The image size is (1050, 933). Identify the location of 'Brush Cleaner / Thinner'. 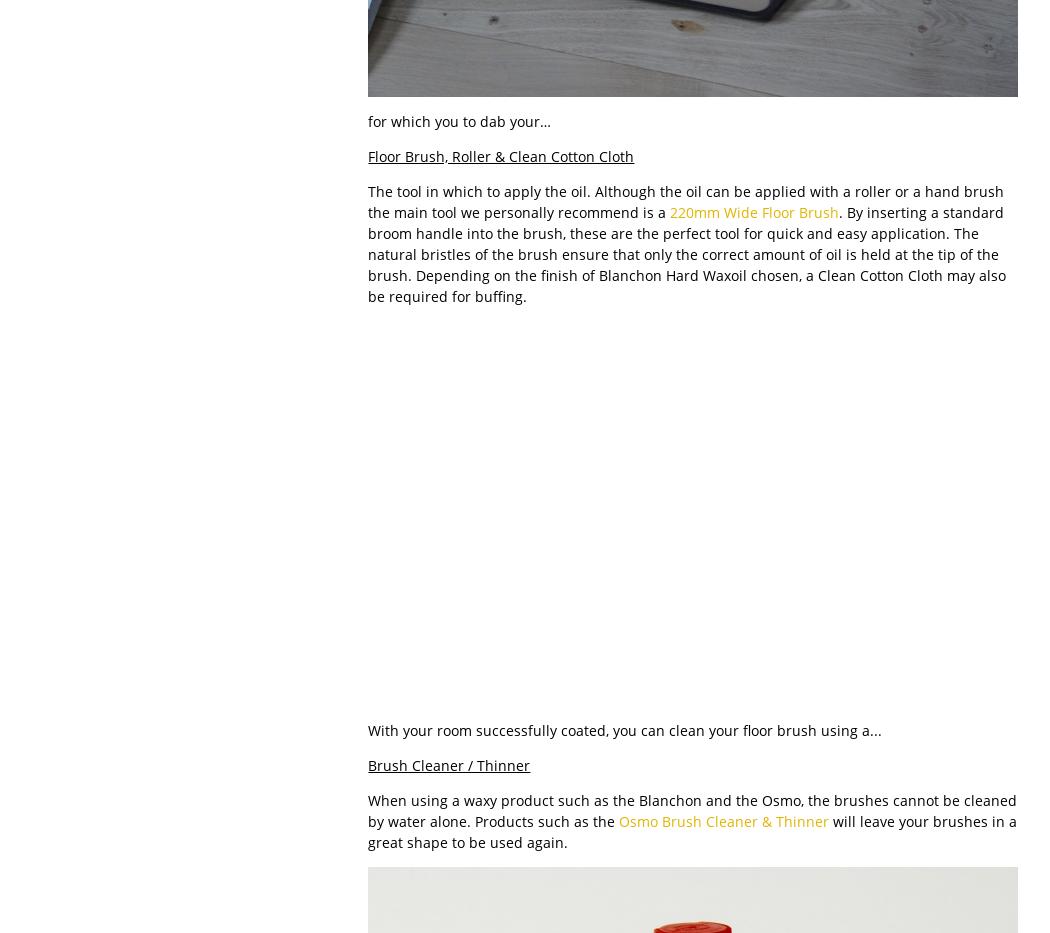
(447, 763).